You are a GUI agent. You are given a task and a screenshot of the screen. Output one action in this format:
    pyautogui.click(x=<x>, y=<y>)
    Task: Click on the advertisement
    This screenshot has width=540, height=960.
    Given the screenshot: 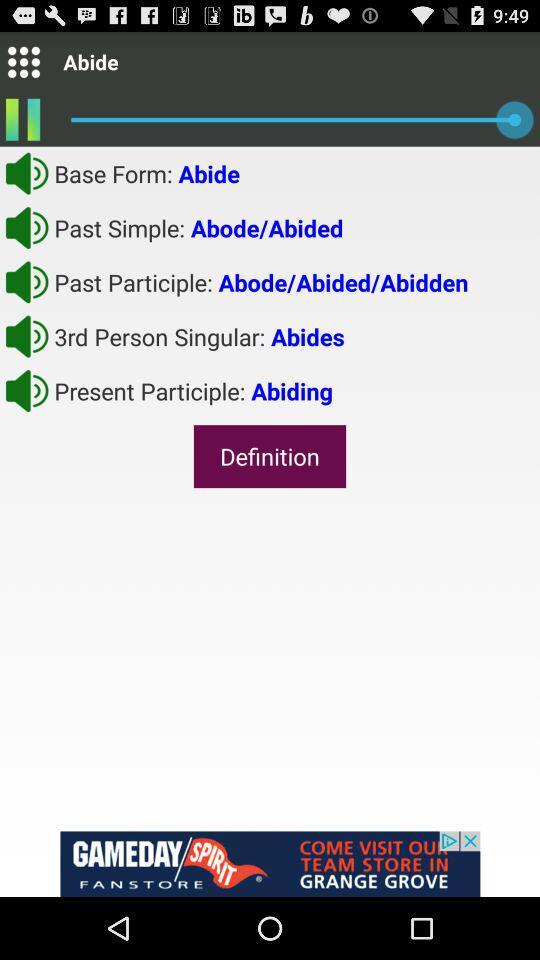 What is the action you would take?
    pyautogui.click(x=270, y=863)
    